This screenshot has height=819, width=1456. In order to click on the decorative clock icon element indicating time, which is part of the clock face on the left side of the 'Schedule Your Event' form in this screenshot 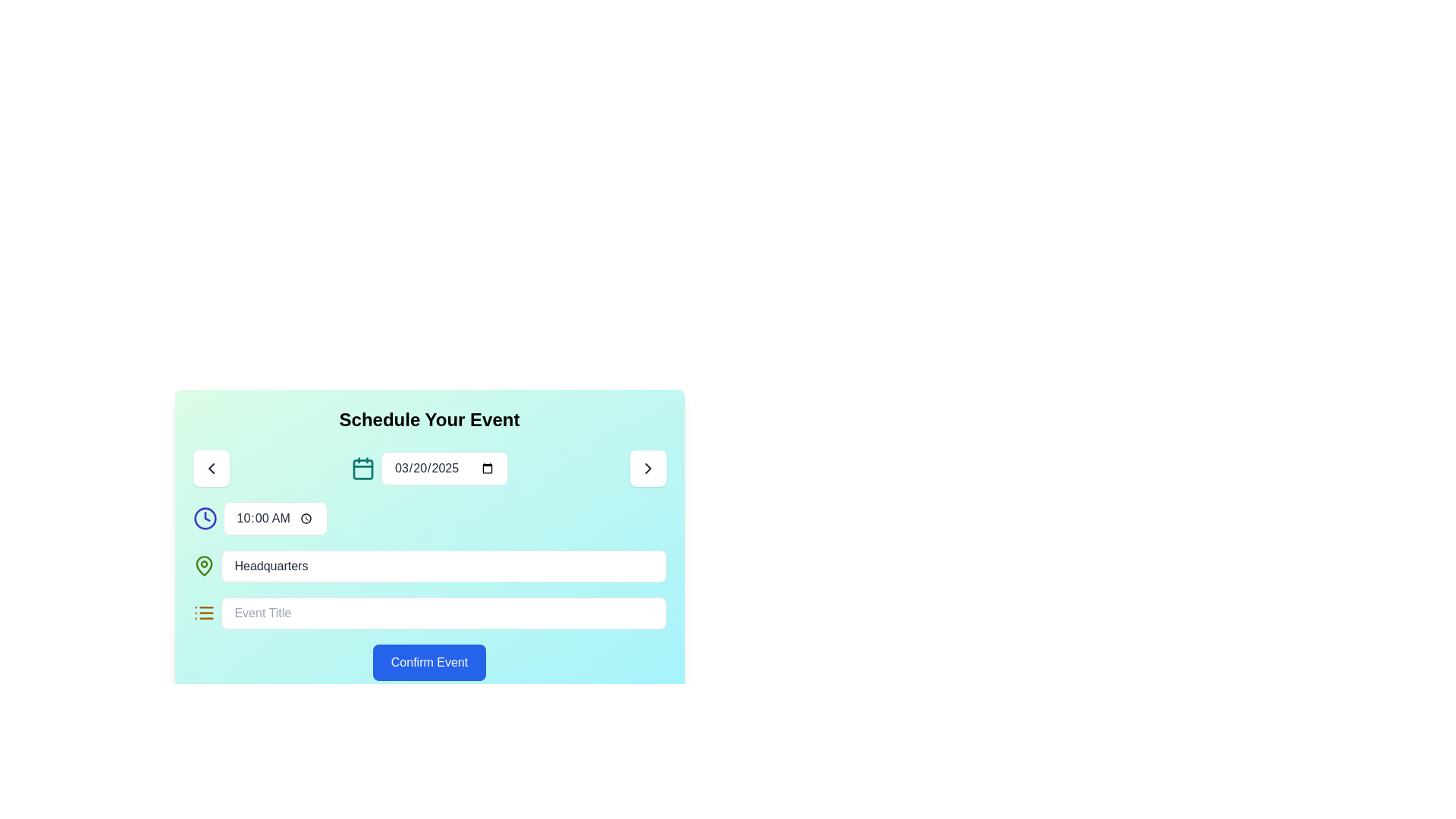, I will do `click(204, 517)`.